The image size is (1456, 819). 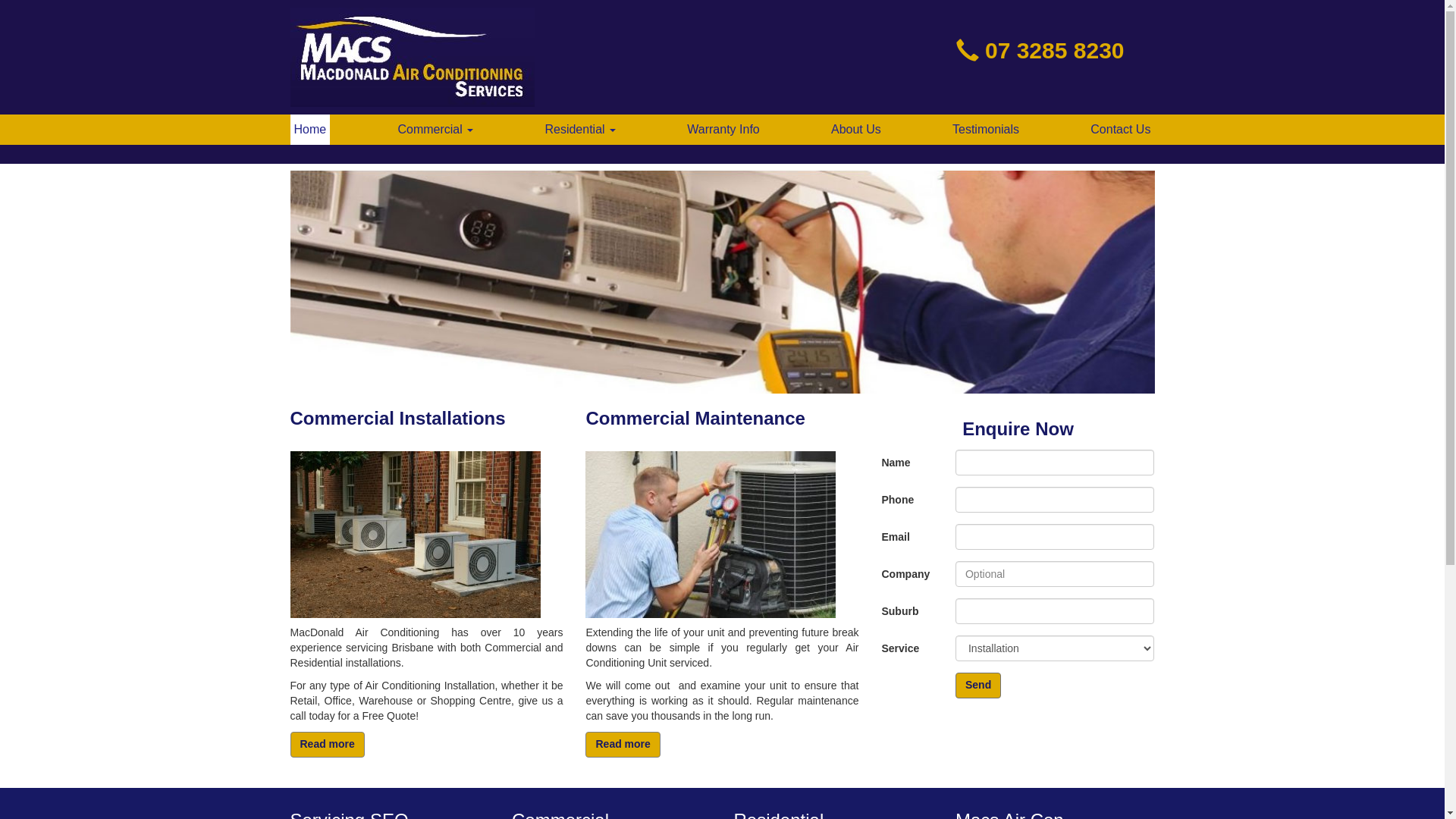 What do you see at coordinates (985, 49) in the screenshot?
I see `'07 3285 8230'` at bounding box center [985, 49].